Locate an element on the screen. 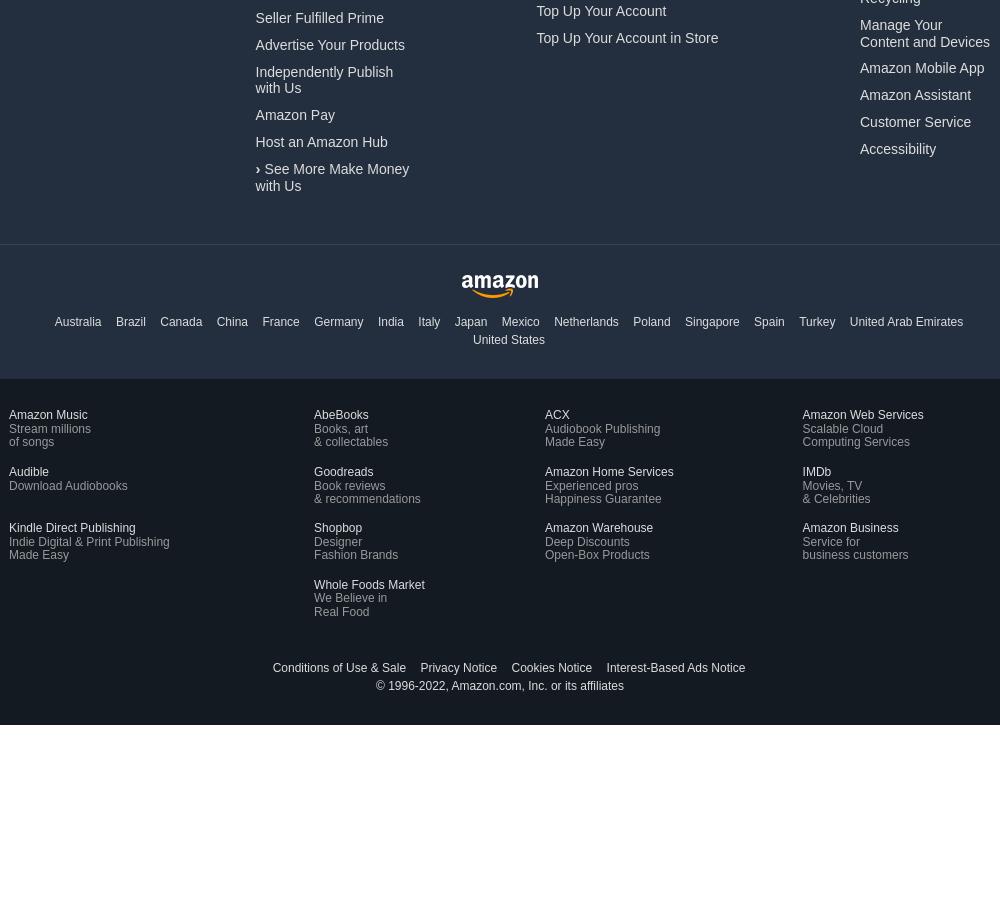 Image resolution: width=1000 pixels, height=922 pixels. 'Book reviews' is located at coordinates (348, 484).